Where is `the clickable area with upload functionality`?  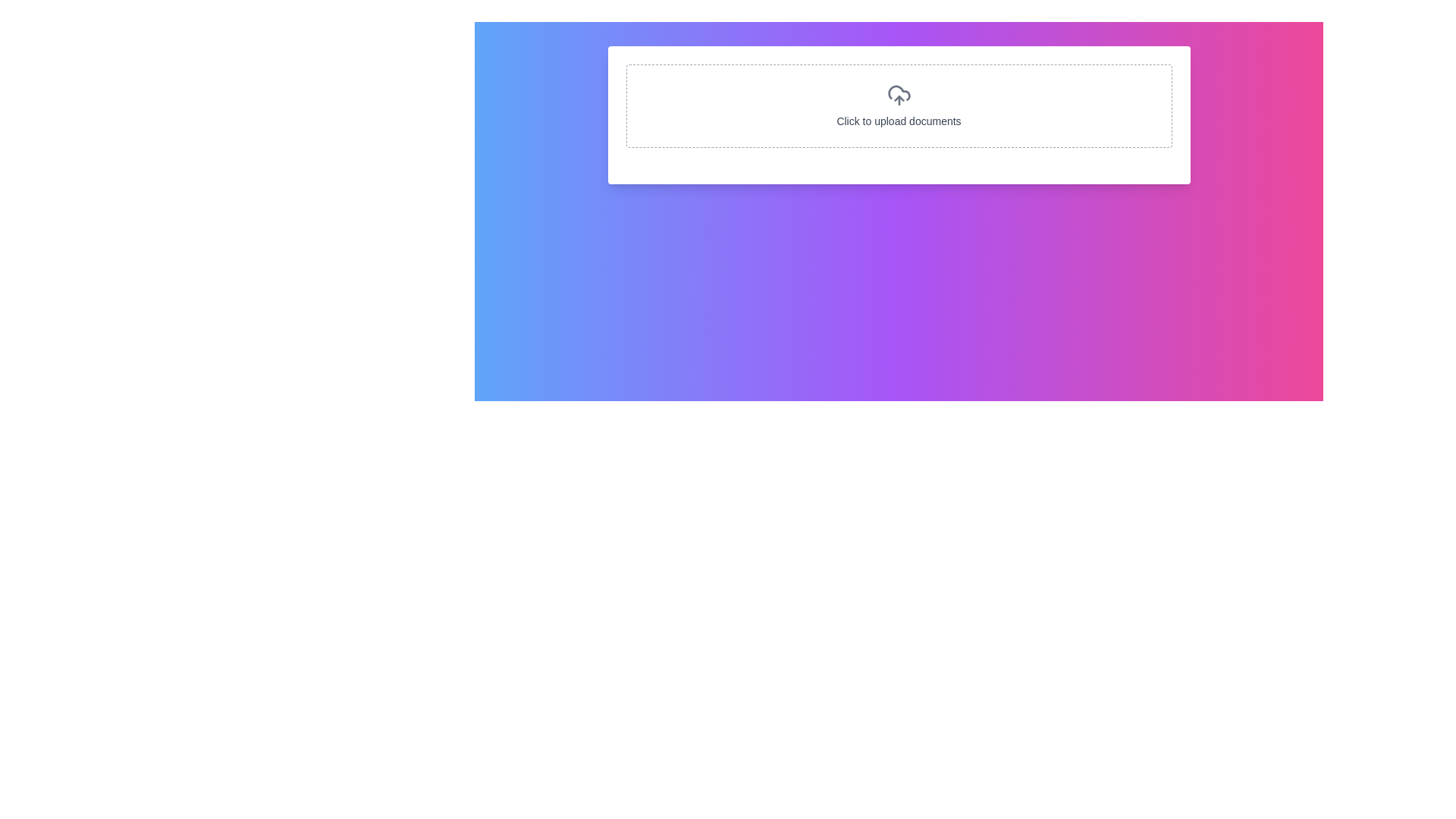 the clickable area with upload functionality is located at coordinates (899, 105).